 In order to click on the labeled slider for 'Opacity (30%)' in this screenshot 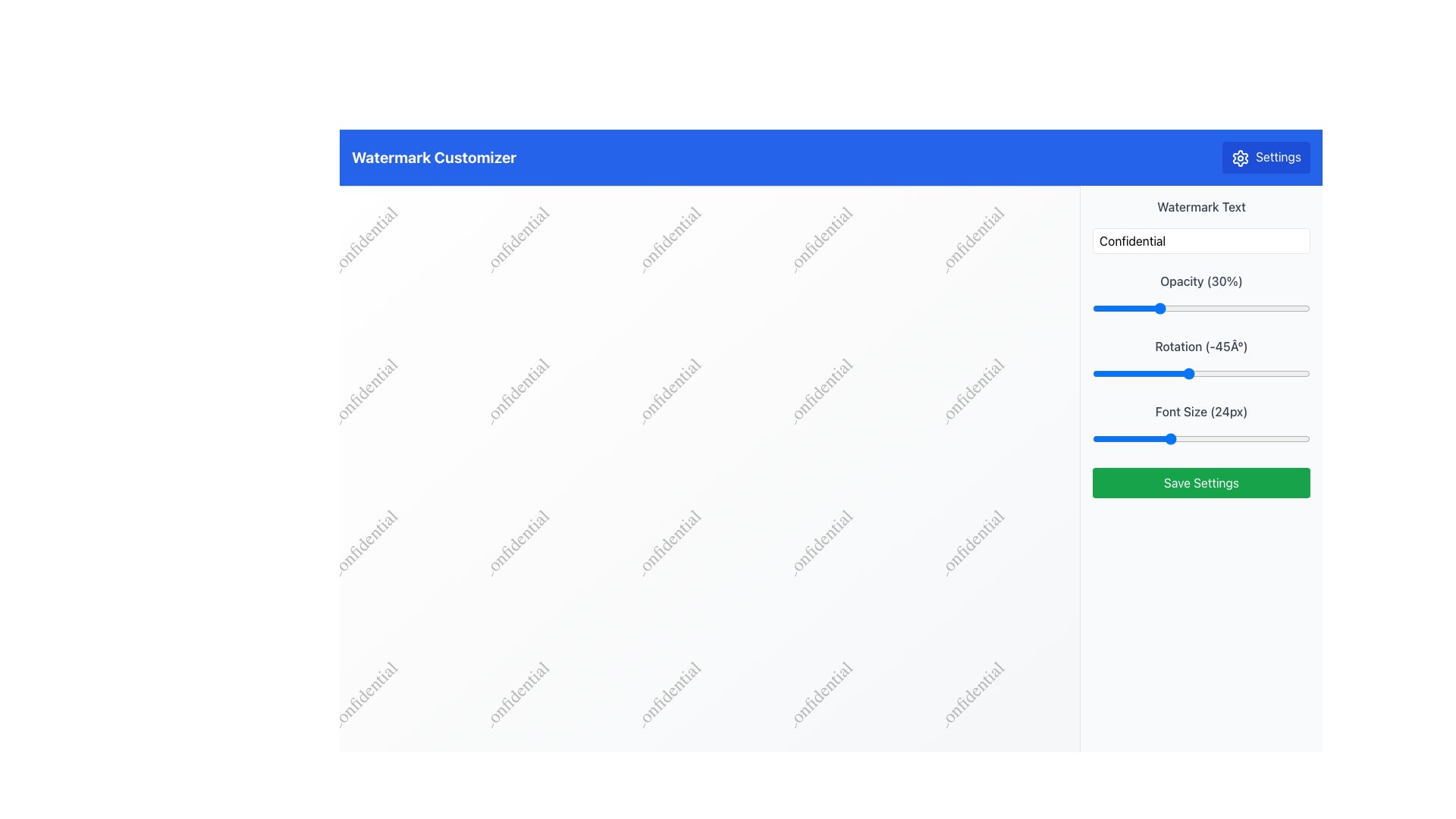, I will do `click(1200, 295)`.